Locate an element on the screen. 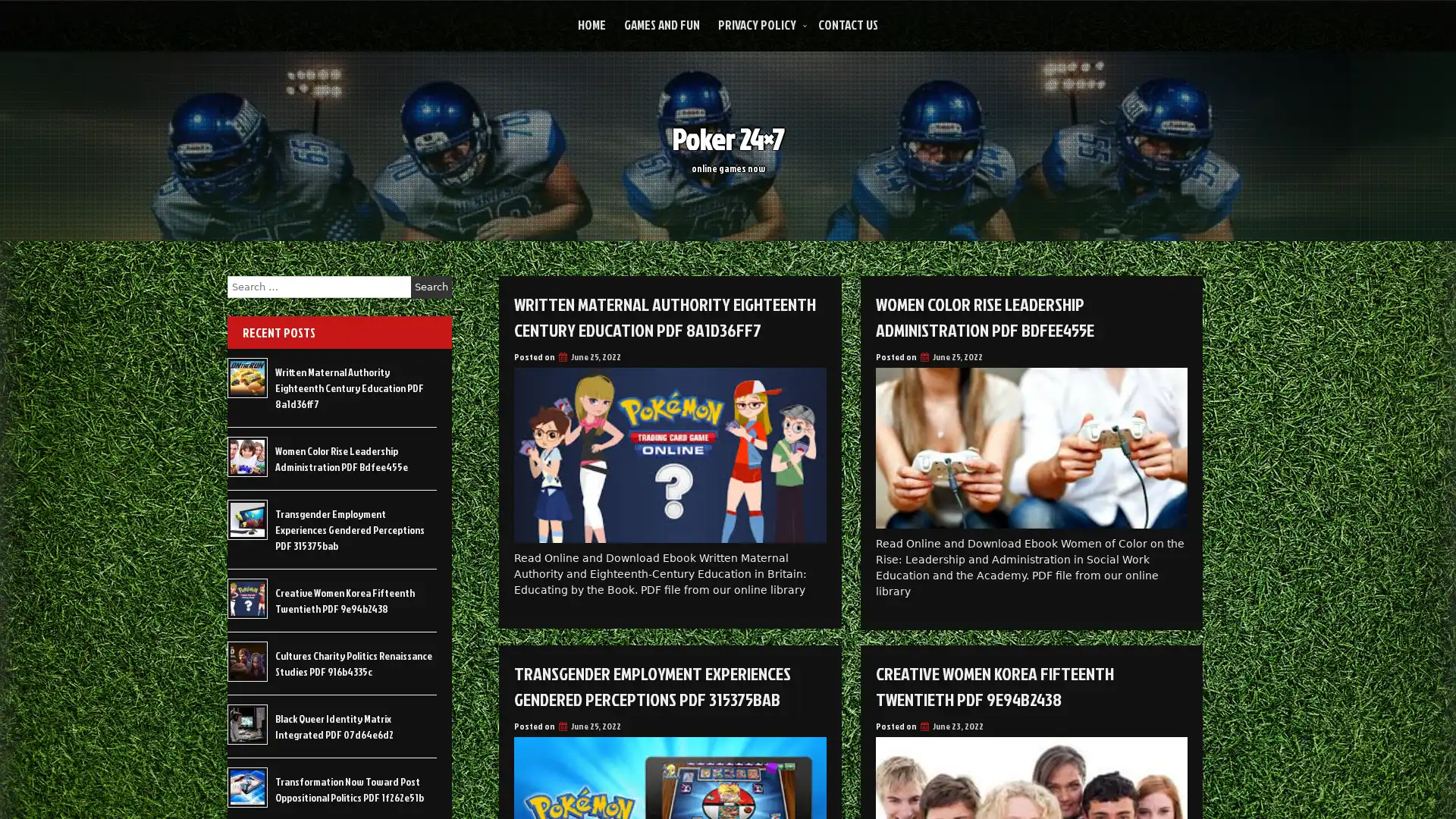  Search is located at coordinates (431, 287).